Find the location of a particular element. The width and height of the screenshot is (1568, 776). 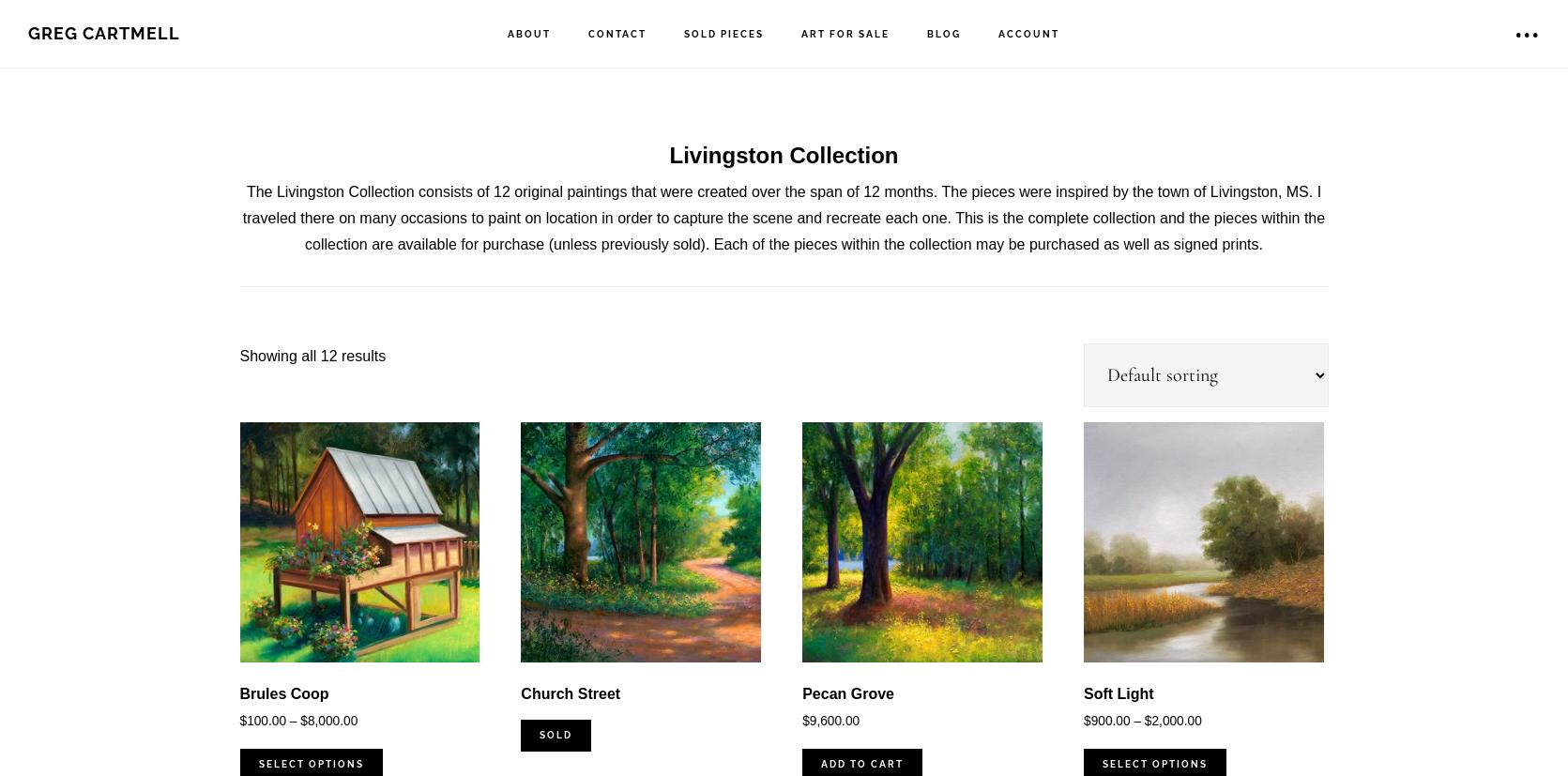

'Add to cart' is located at coordinates (861, 762).